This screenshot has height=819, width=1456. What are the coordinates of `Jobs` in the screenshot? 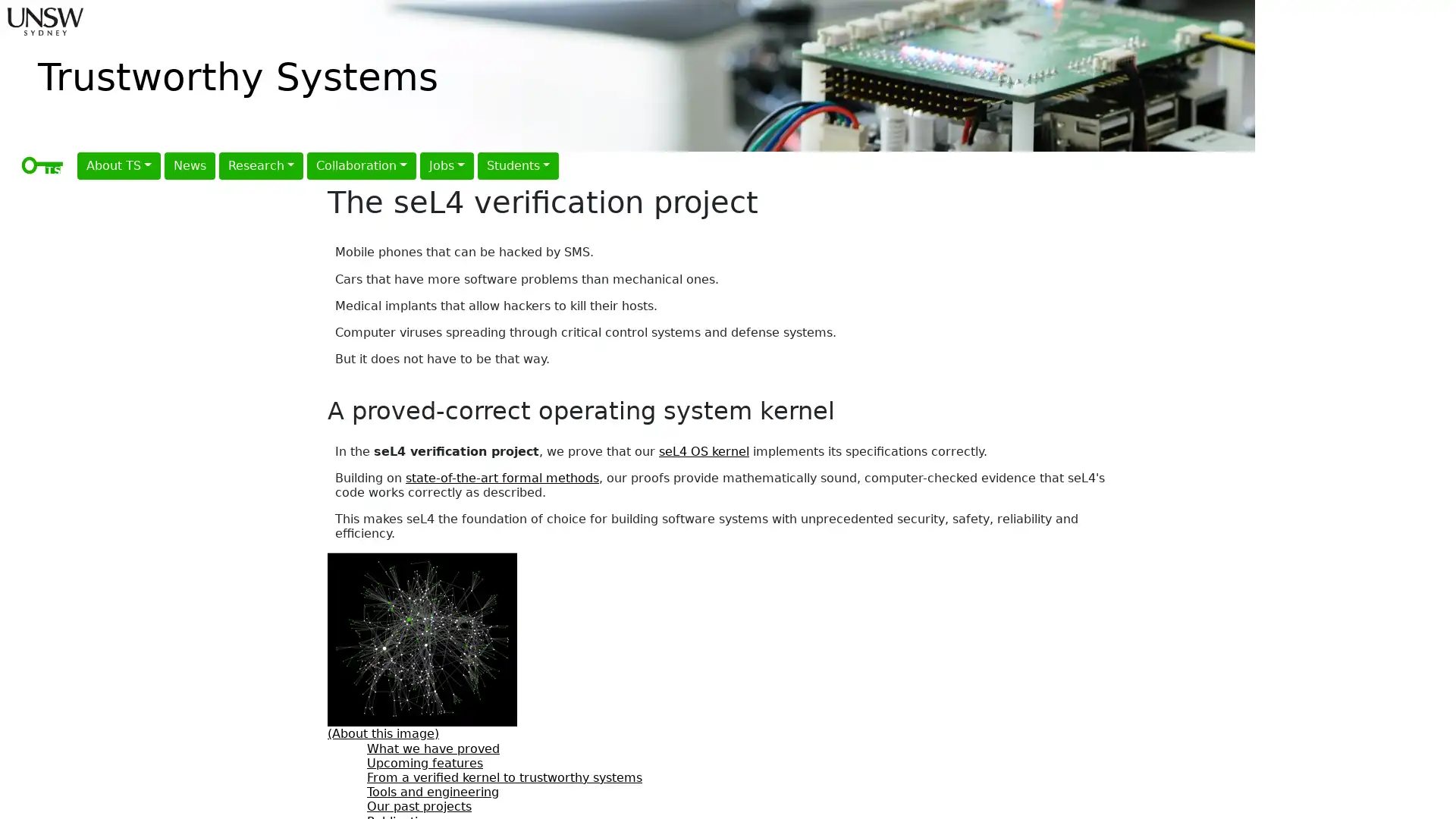 It's located at (446, 165).